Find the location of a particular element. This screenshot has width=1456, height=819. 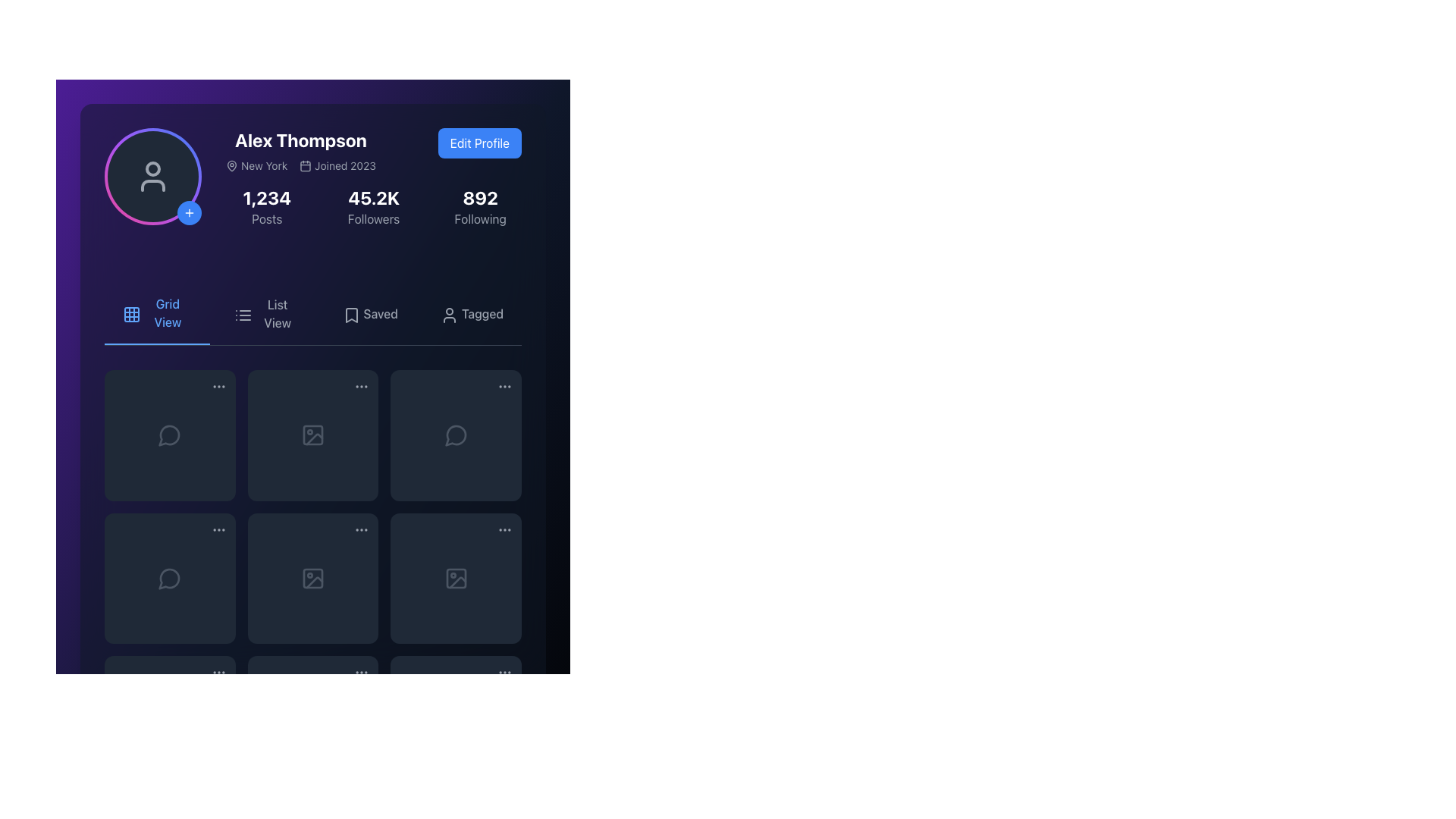

the speech bubble icon in the second row, first column of the grid is located at coordinates (170, 579).